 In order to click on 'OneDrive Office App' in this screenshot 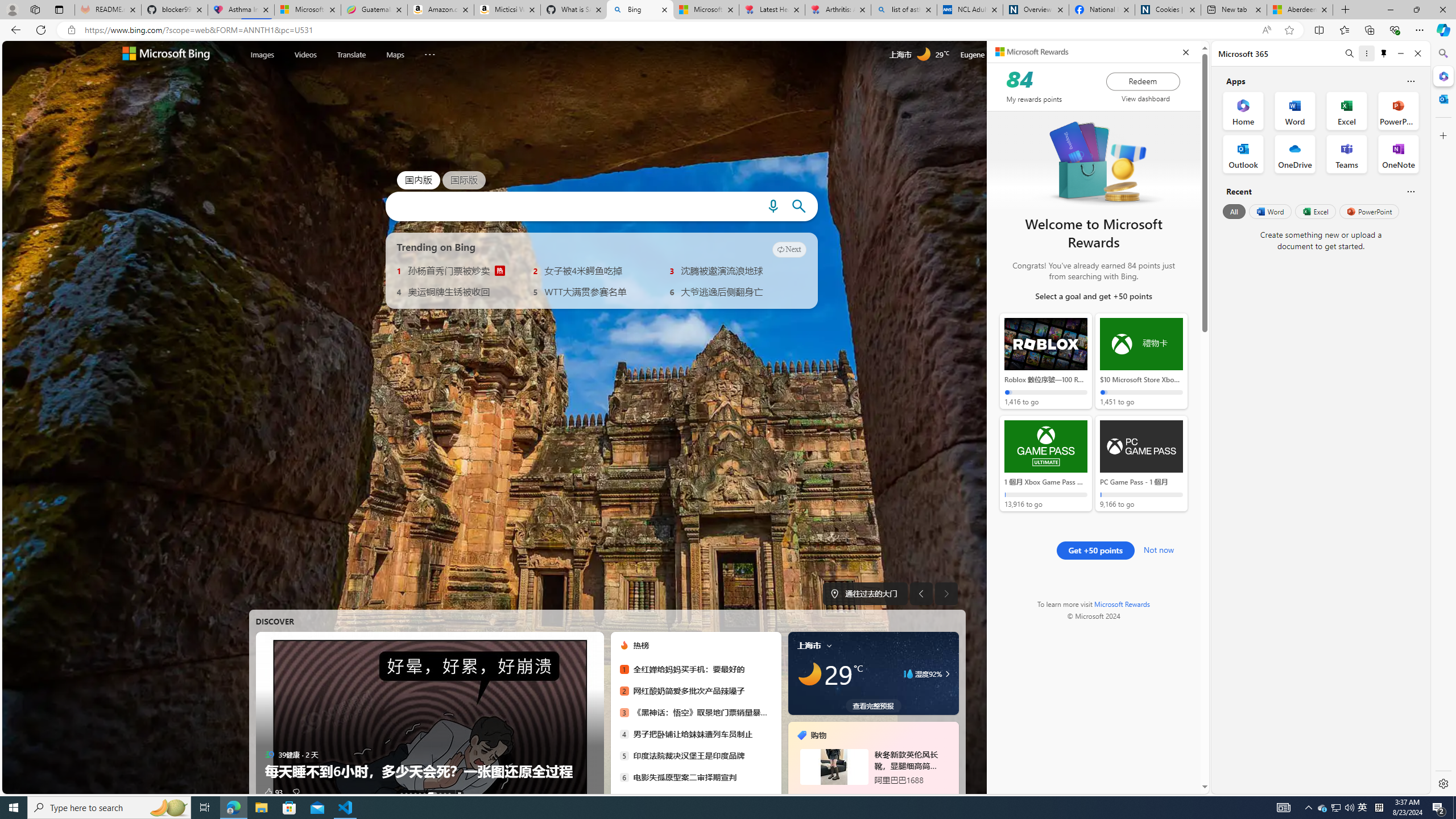, I will do `click(1294, 154)`.